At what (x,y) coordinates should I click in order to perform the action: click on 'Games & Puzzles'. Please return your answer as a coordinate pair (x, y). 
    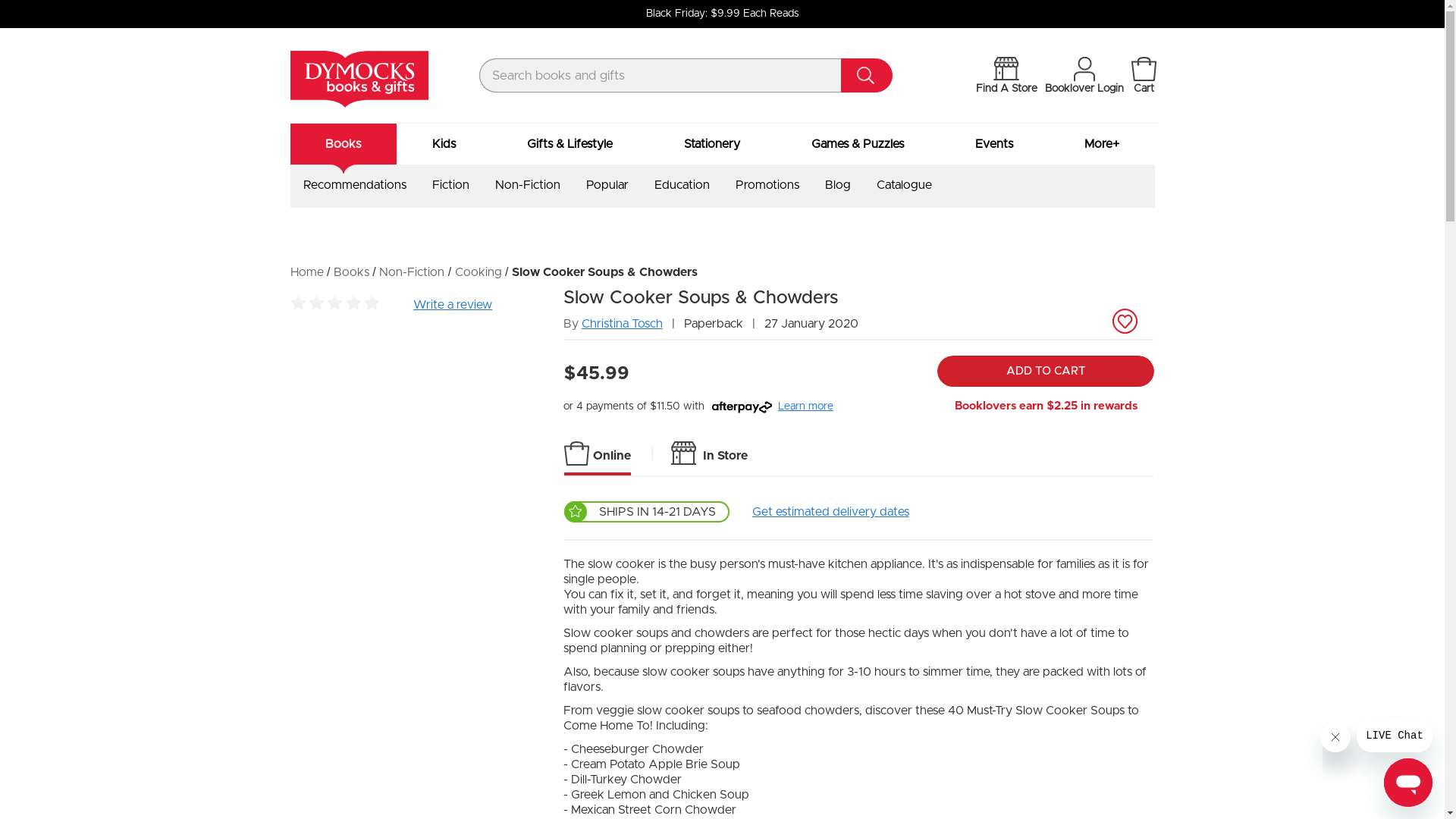
    Looking at the image, I should click on (858, 143).